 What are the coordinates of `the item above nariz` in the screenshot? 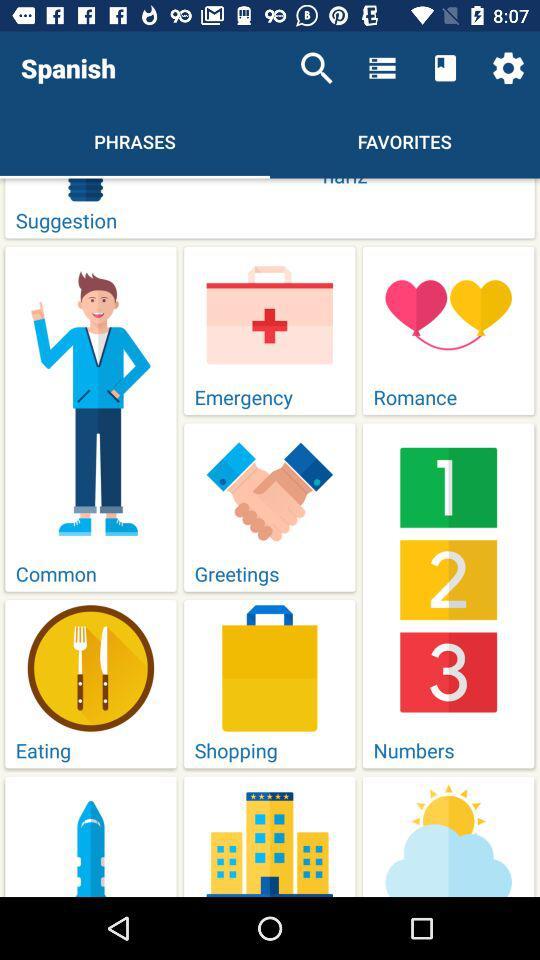 It's located at (316, 68).